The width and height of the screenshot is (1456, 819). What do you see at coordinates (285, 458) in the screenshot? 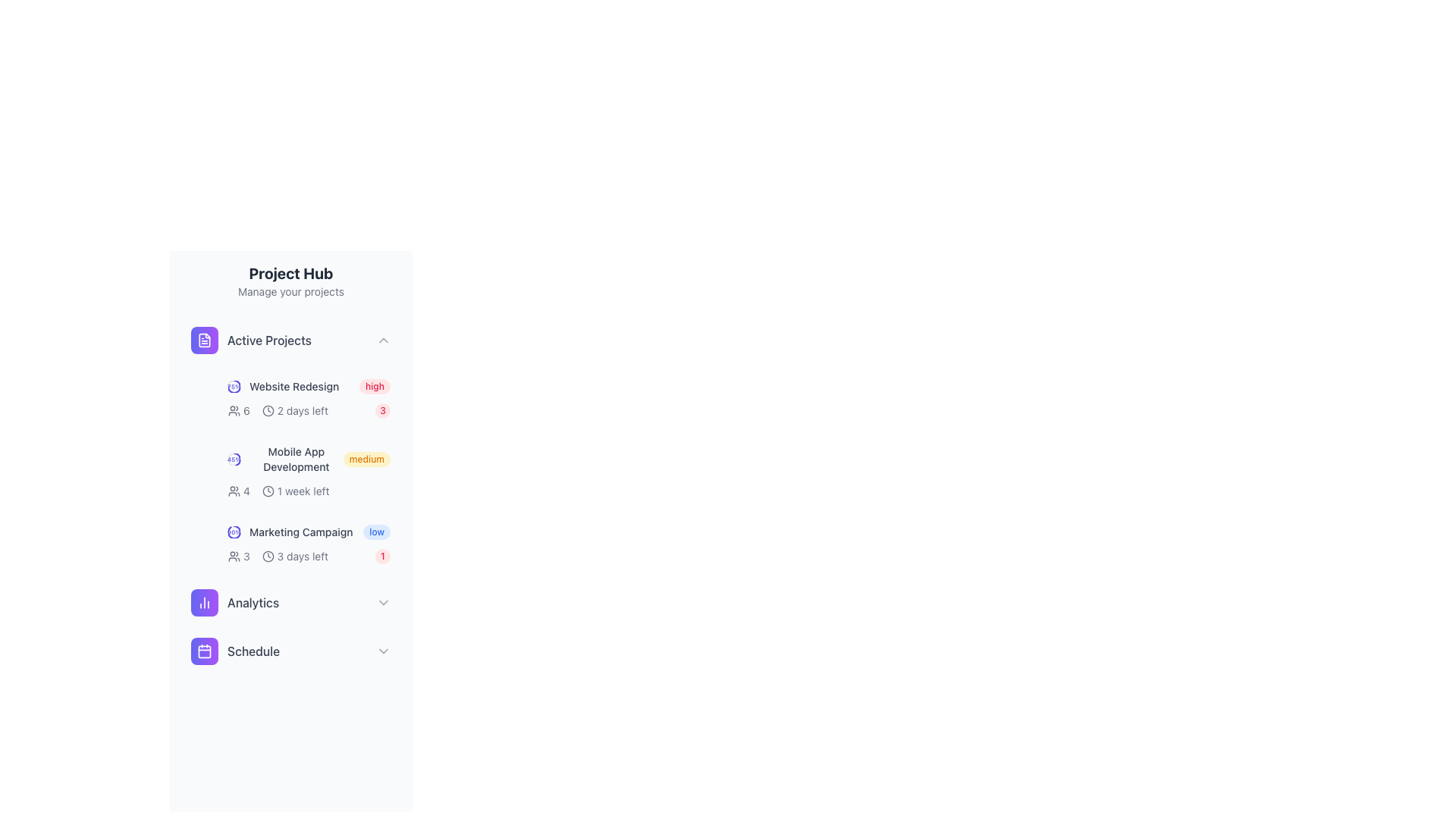
I see `the progress indicator and descriptive text label for 'Mobile App Development', which is the second item in the list of active projects, positioned below 'Website Redesign'` at bounding box center [285, 458].